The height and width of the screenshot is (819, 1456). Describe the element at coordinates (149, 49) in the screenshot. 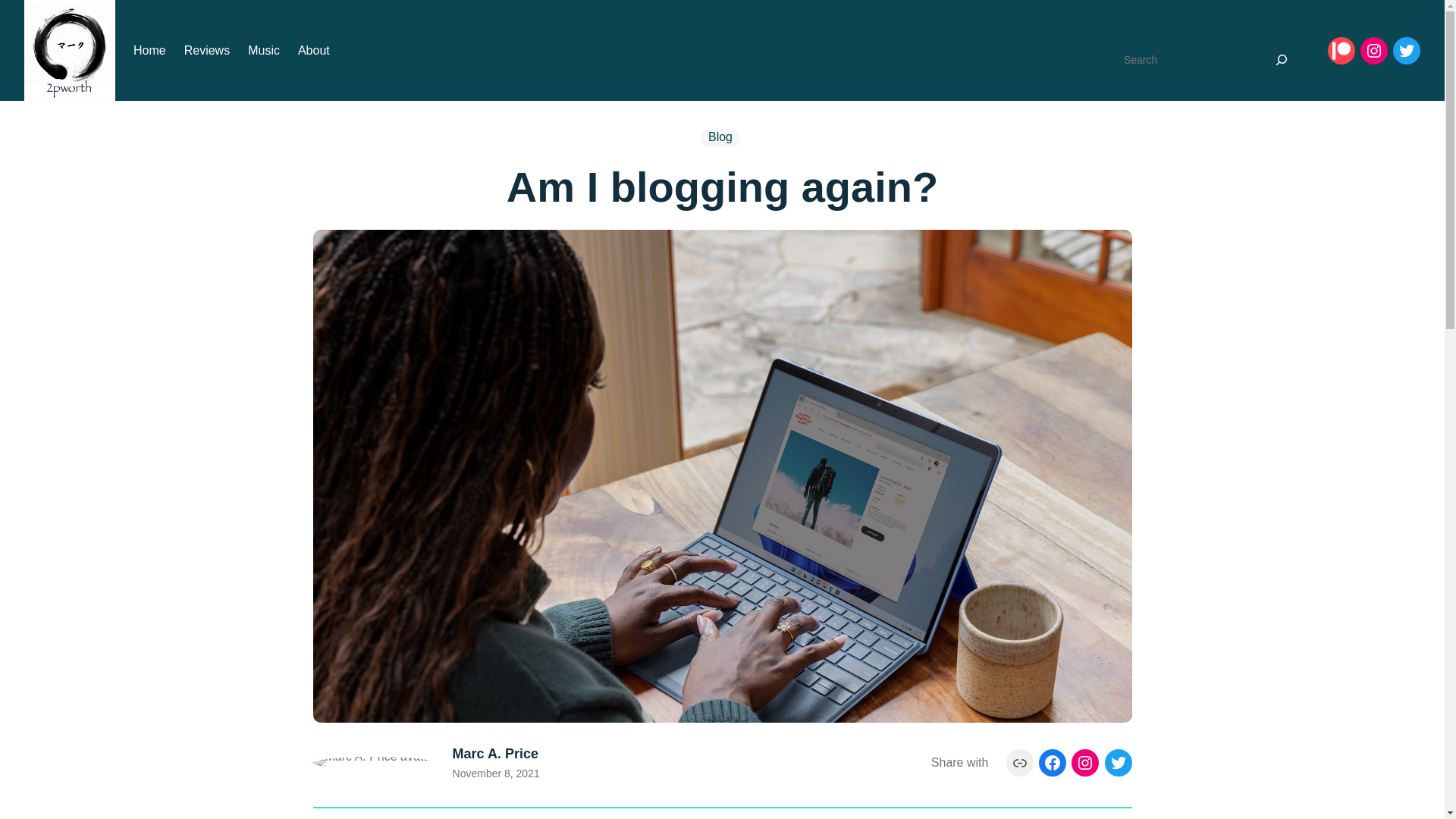

I see `'Home'` at that location.